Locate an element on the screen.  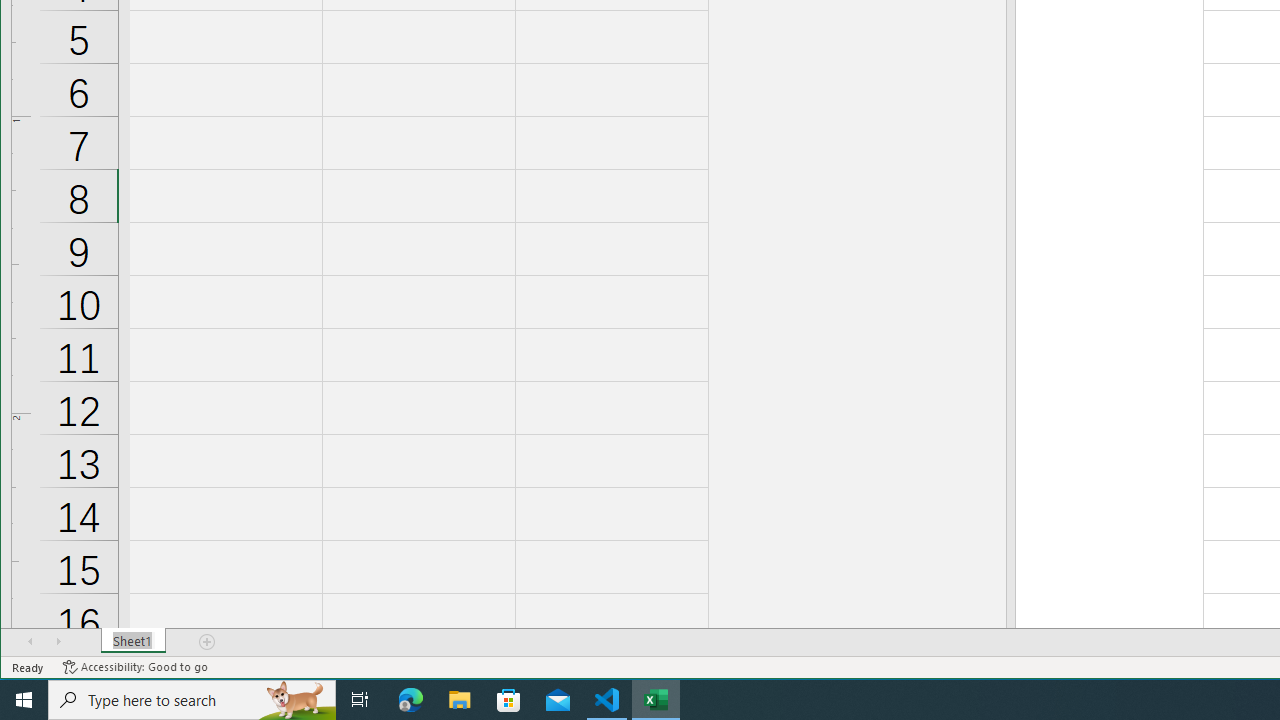
'Visual Studio Code - 1 running window' is located at coordinates (606, 698).